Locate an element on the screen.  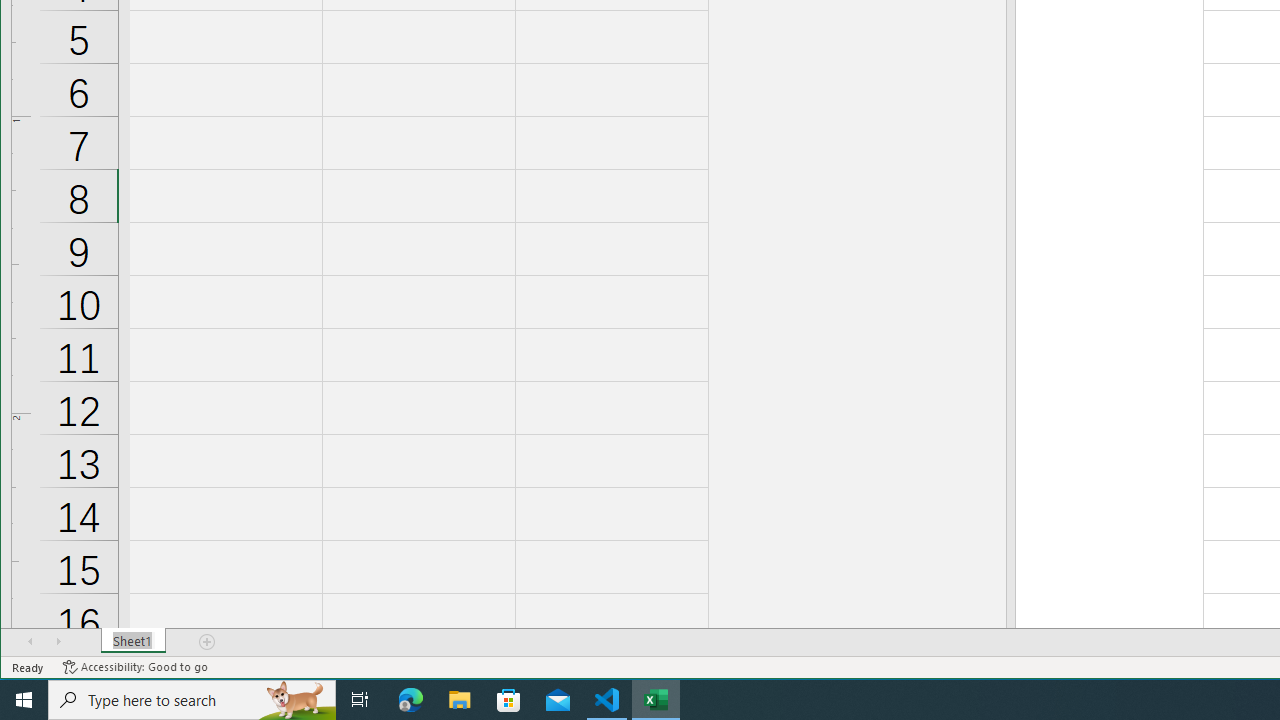
'Visual Studio Code - 1 running window' is located at coordinates (606, 698).